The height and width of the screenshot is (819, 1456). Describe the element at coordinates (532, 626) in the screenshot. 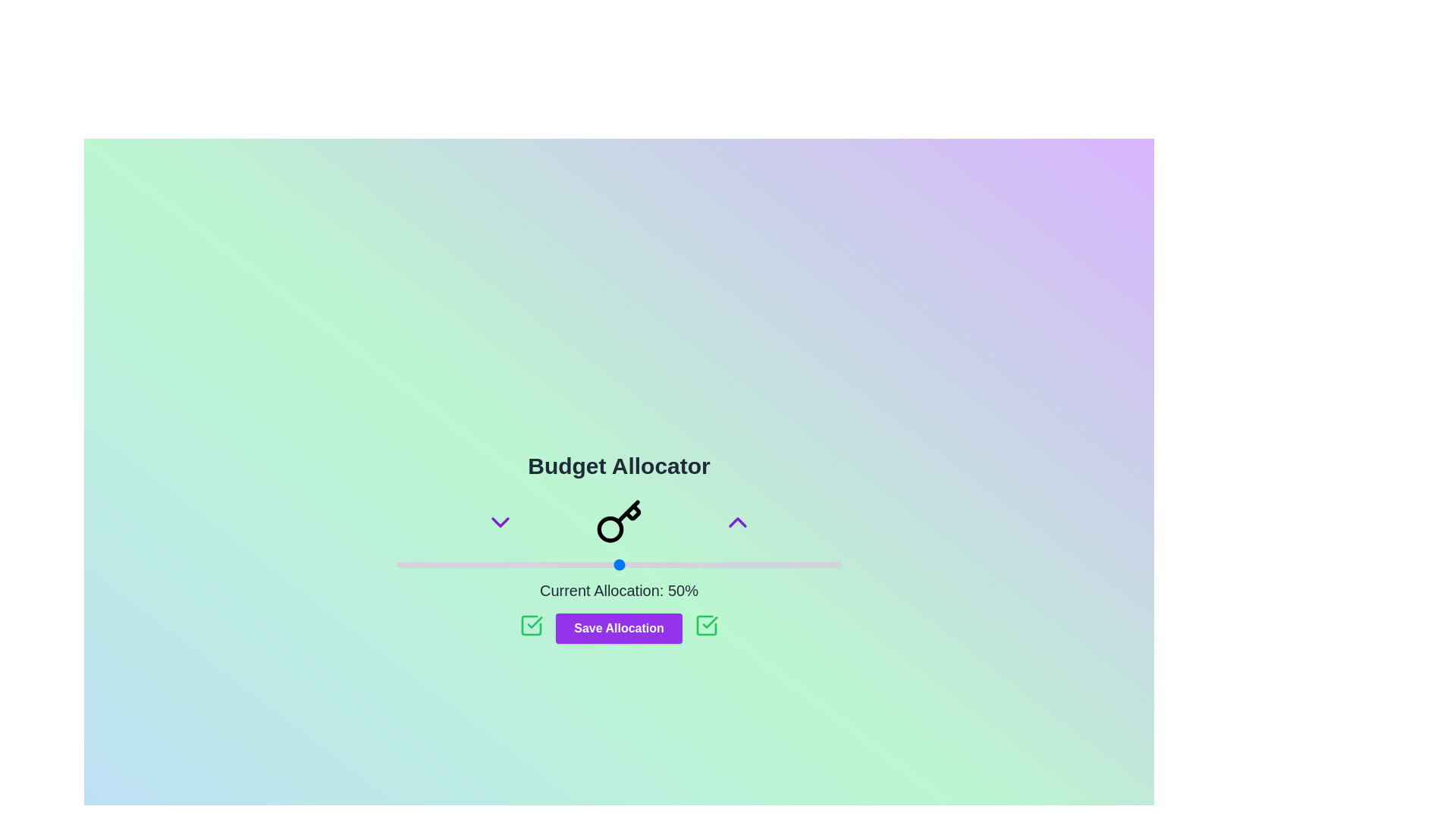

I see `the checkmark icon to toggle its state` at that location.